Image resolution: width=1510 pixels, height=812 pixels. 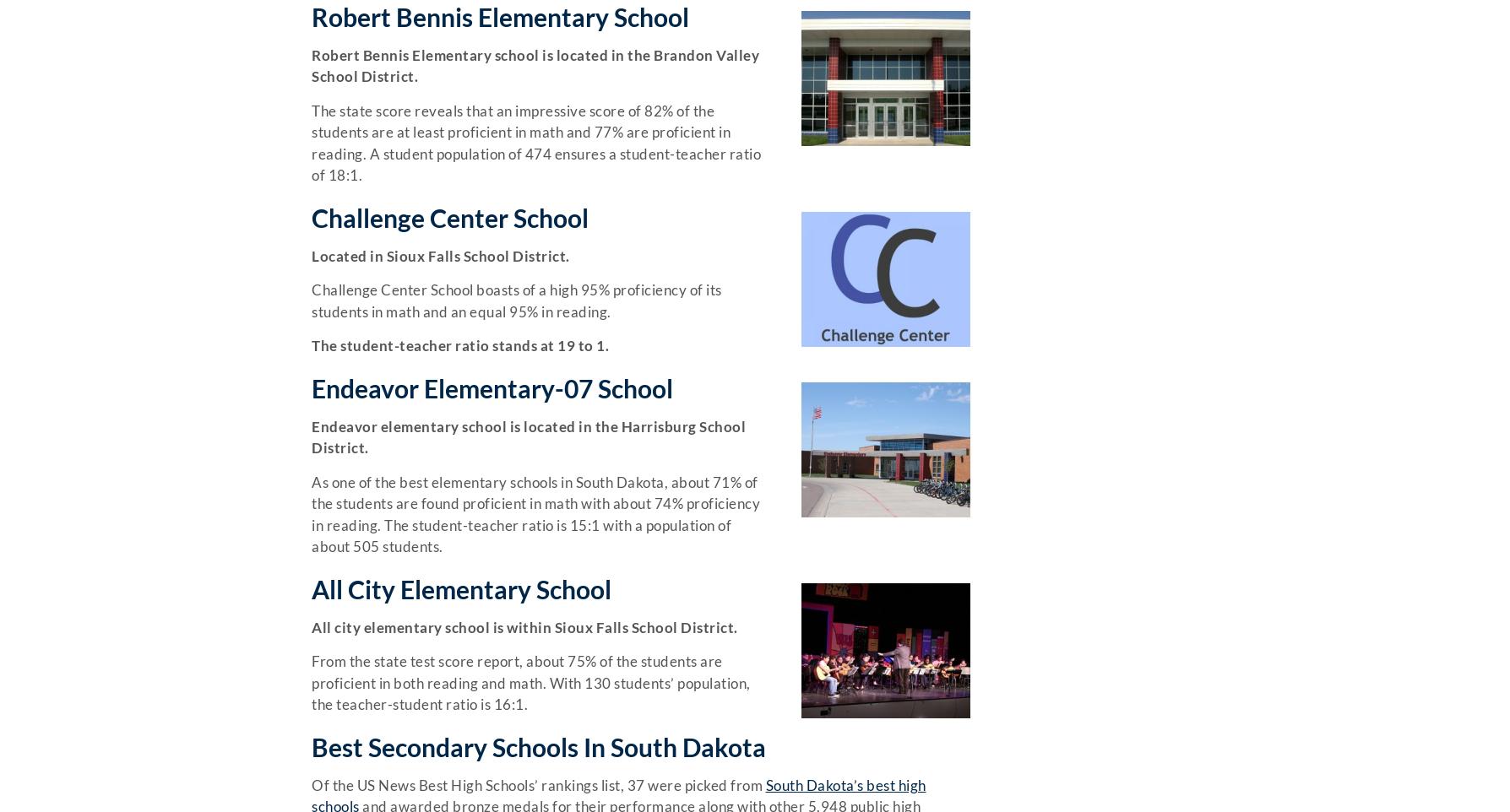 What do you see at coordinates (535, 65) in the screenshot?
I see `'Robert Bennis Elementary school is located in the Brandon Valley School District.'` at bounding box center [535, 65].